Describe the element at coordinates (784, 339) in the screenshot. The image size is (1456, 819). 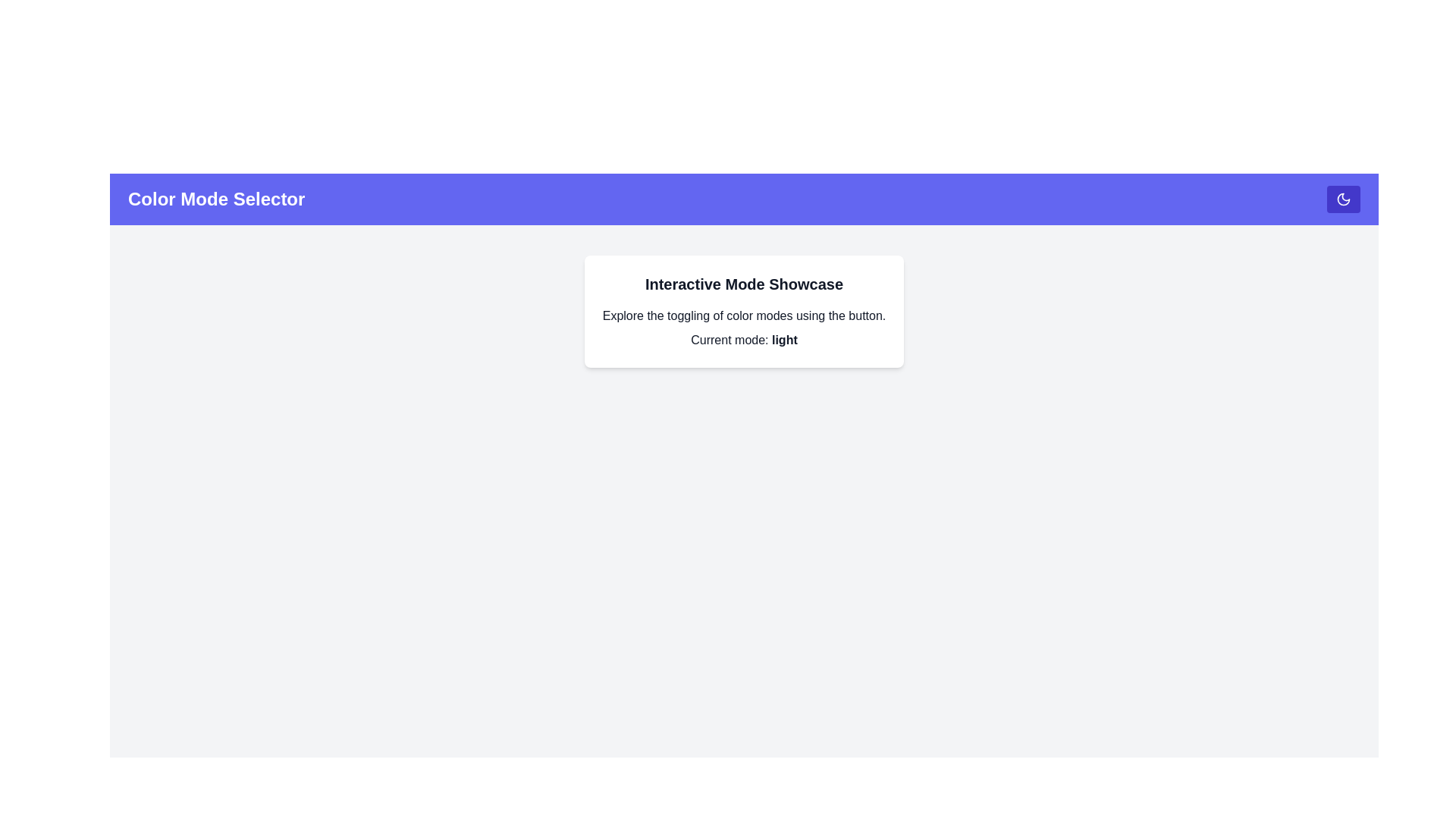
I see `the static text 'light' which is displayed in bold black font, part of the sentence 'Current mode: light', located in the center panel of the page within the 'Interactive Mode Showcase' card` at that location.